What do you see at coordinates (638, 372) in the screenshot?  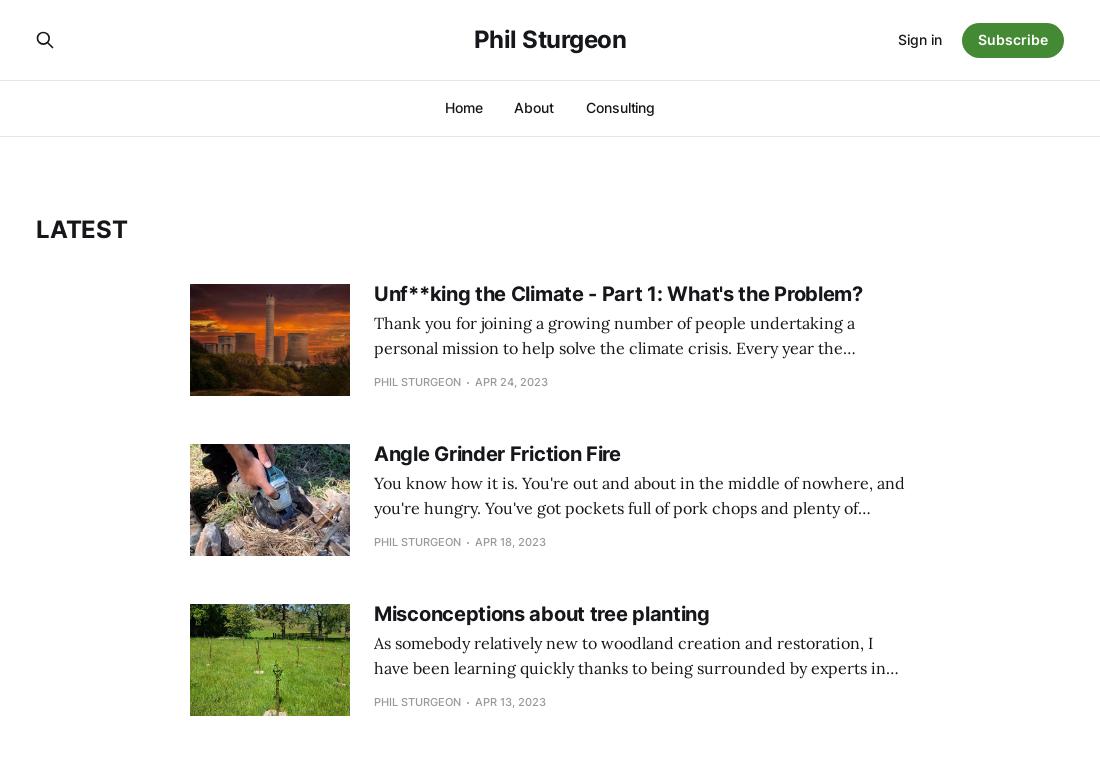 I see `'Thank you for joining a growing number of people undertaking a personal mission to help solve the climate crisis. Every year the intensity of the climate crisis is more concerning, and more people want to do even more than ever before, but figuring out where to start, navigating between greenwashing'` at bounding box center [638, 372].